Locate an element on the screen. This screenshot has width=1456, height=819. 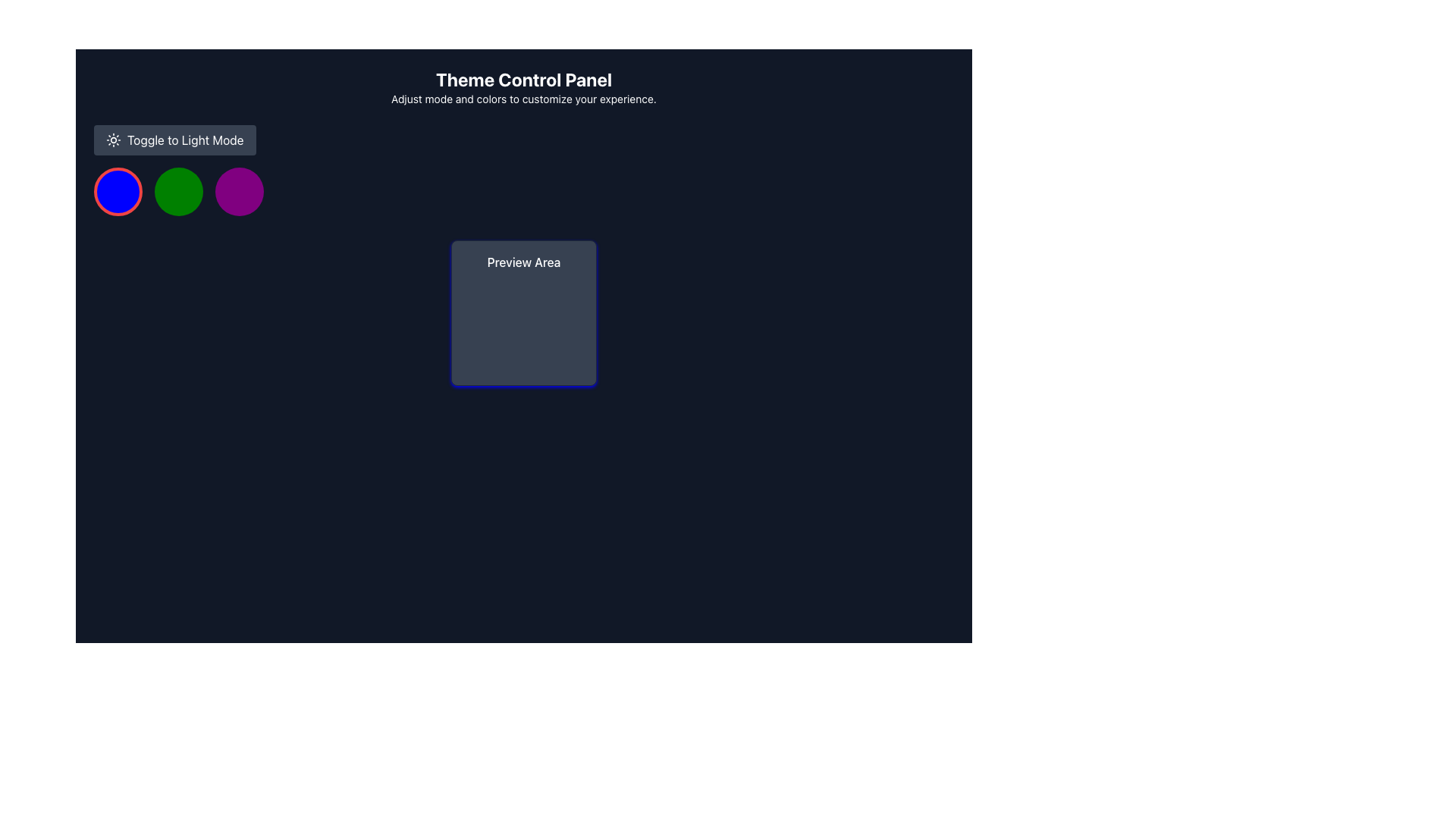
the mode toggle button located below the 'Theme Control Panel' heading, which allows users to switch between dark mode and light mode themes is located at coordinates (174, 140).